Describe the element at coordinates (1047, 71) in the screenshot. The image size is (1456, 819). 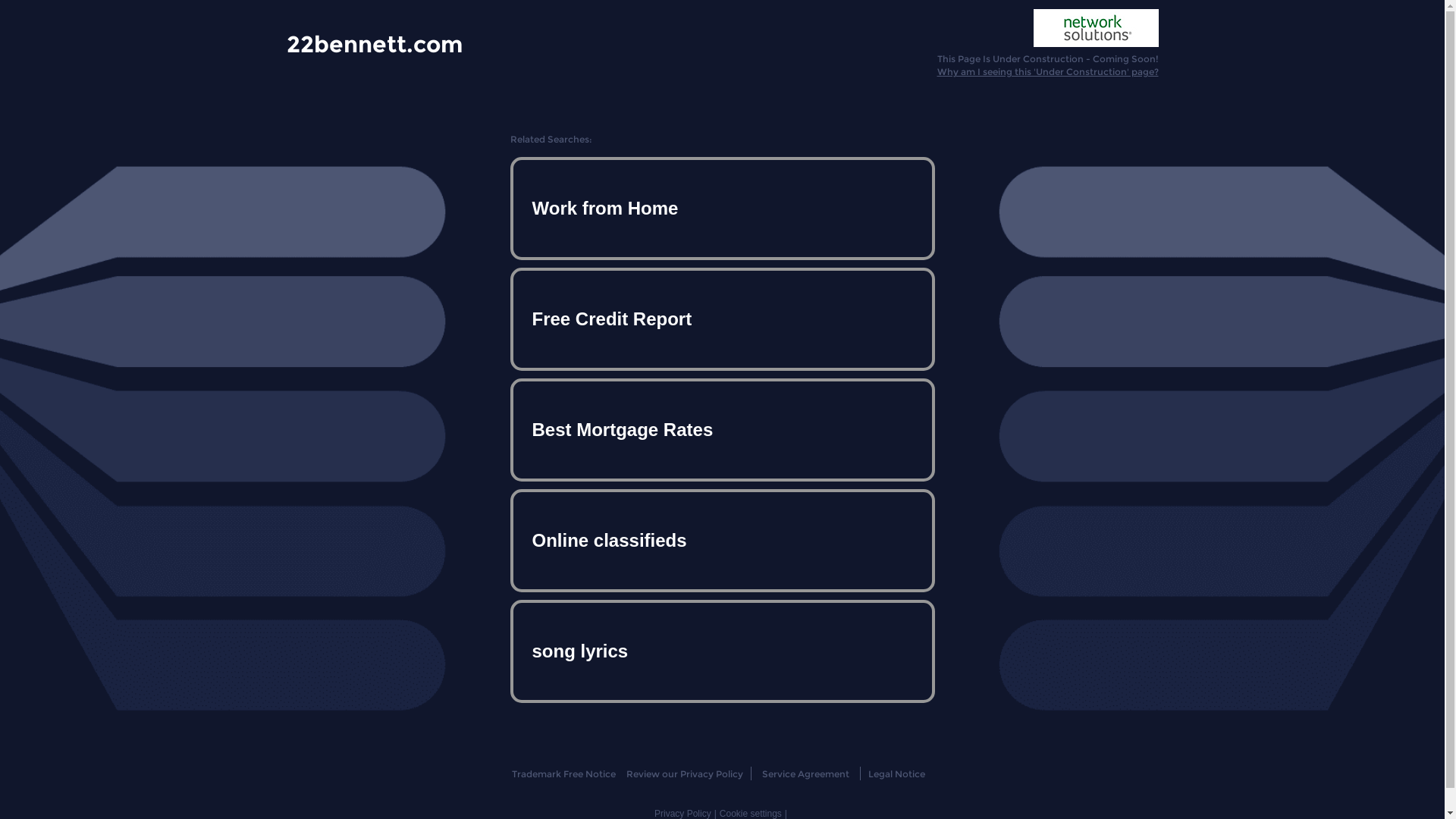
I see `'Why am I seeing this 'Under Construction' page?'` at that location.